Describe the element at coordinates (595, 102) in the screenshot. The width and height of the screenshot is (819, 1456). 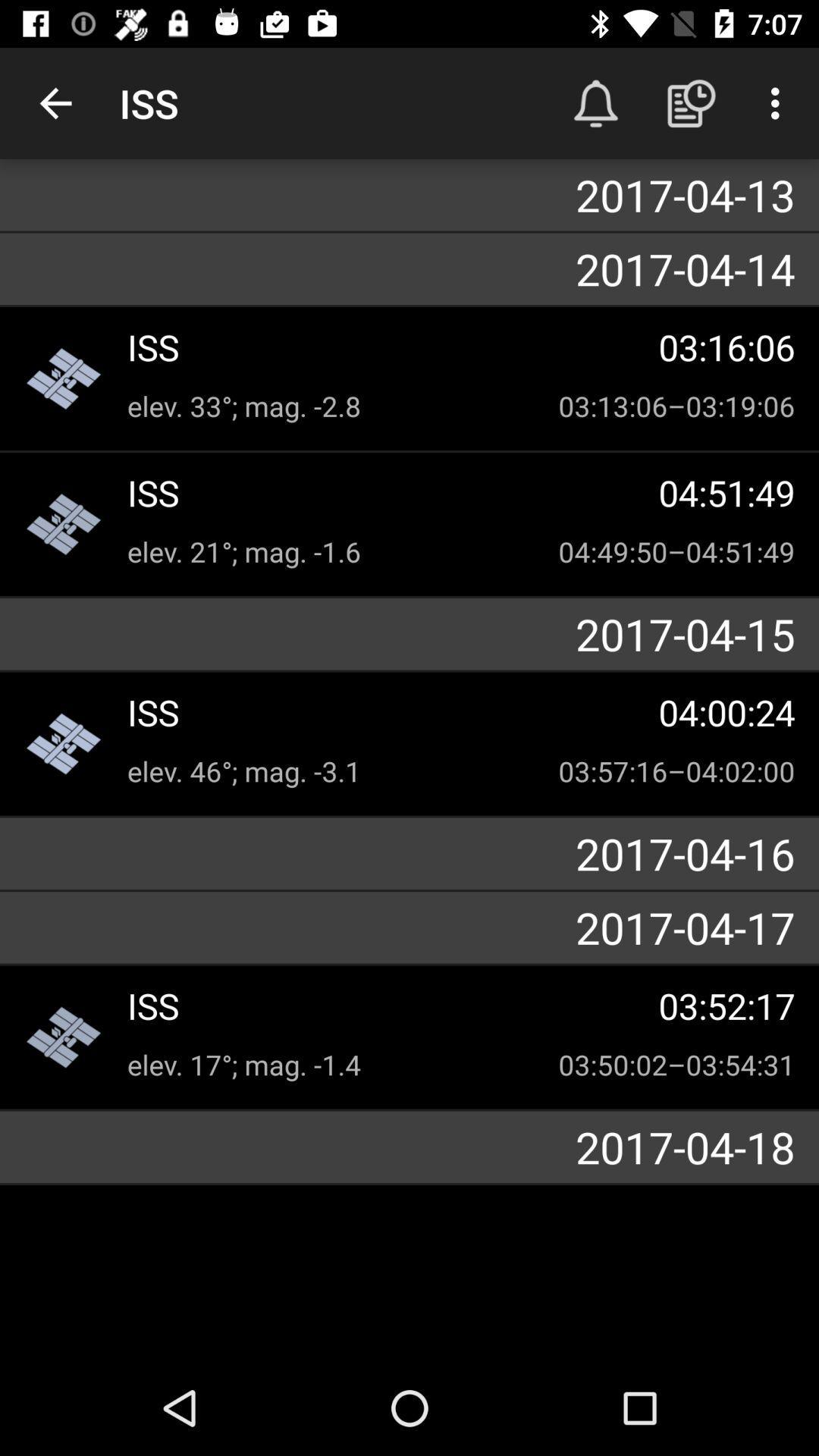
I see `the icon next to iss item` at that location.